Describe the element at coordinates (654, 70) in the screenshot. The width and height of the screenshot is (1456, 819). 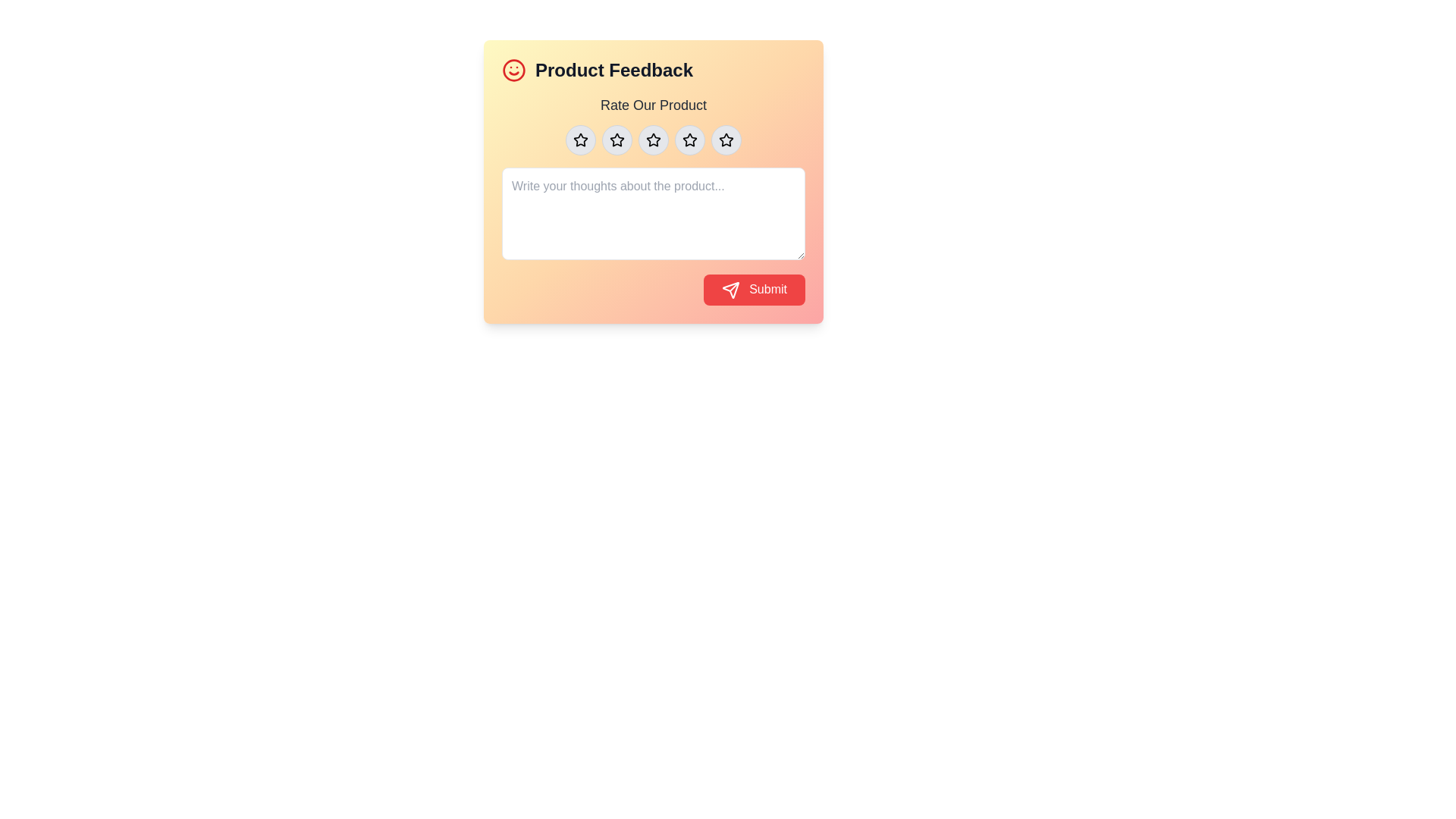
I see `the 'Product Feedback' heading element` at that location.